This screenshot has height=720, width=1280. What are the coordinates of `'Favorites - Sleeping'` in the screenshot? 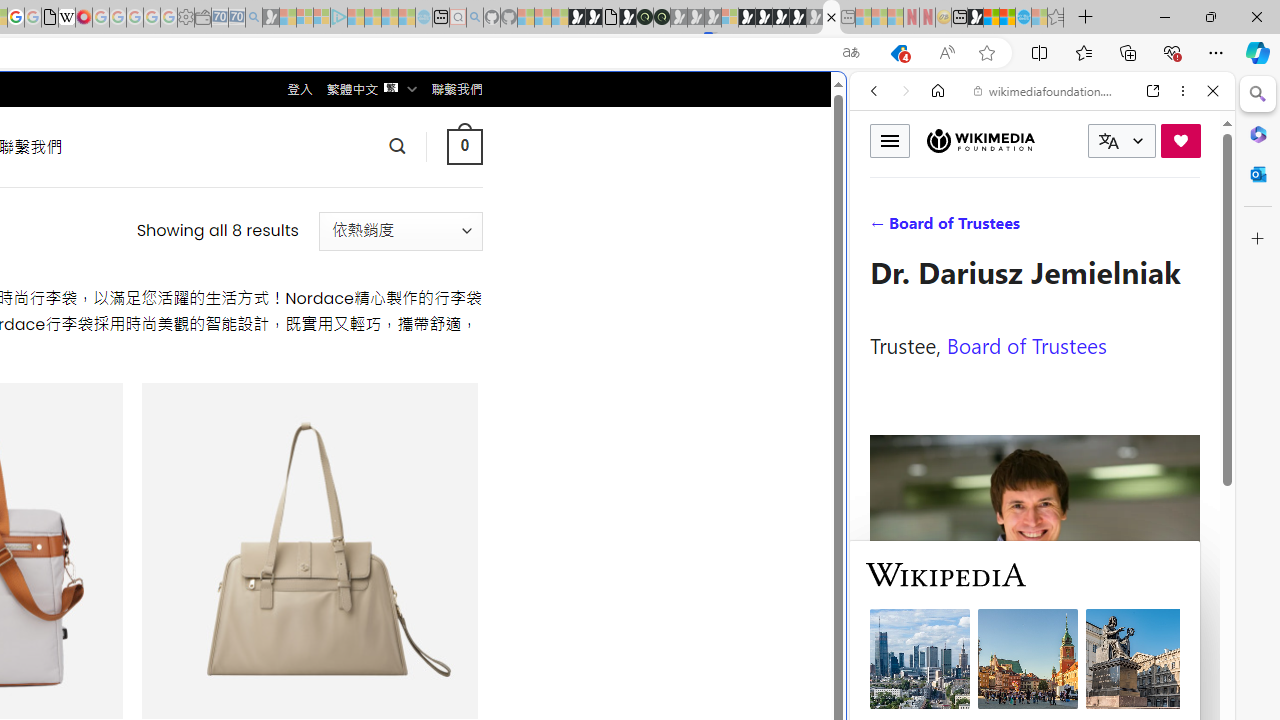 It's located at (1055, 17).